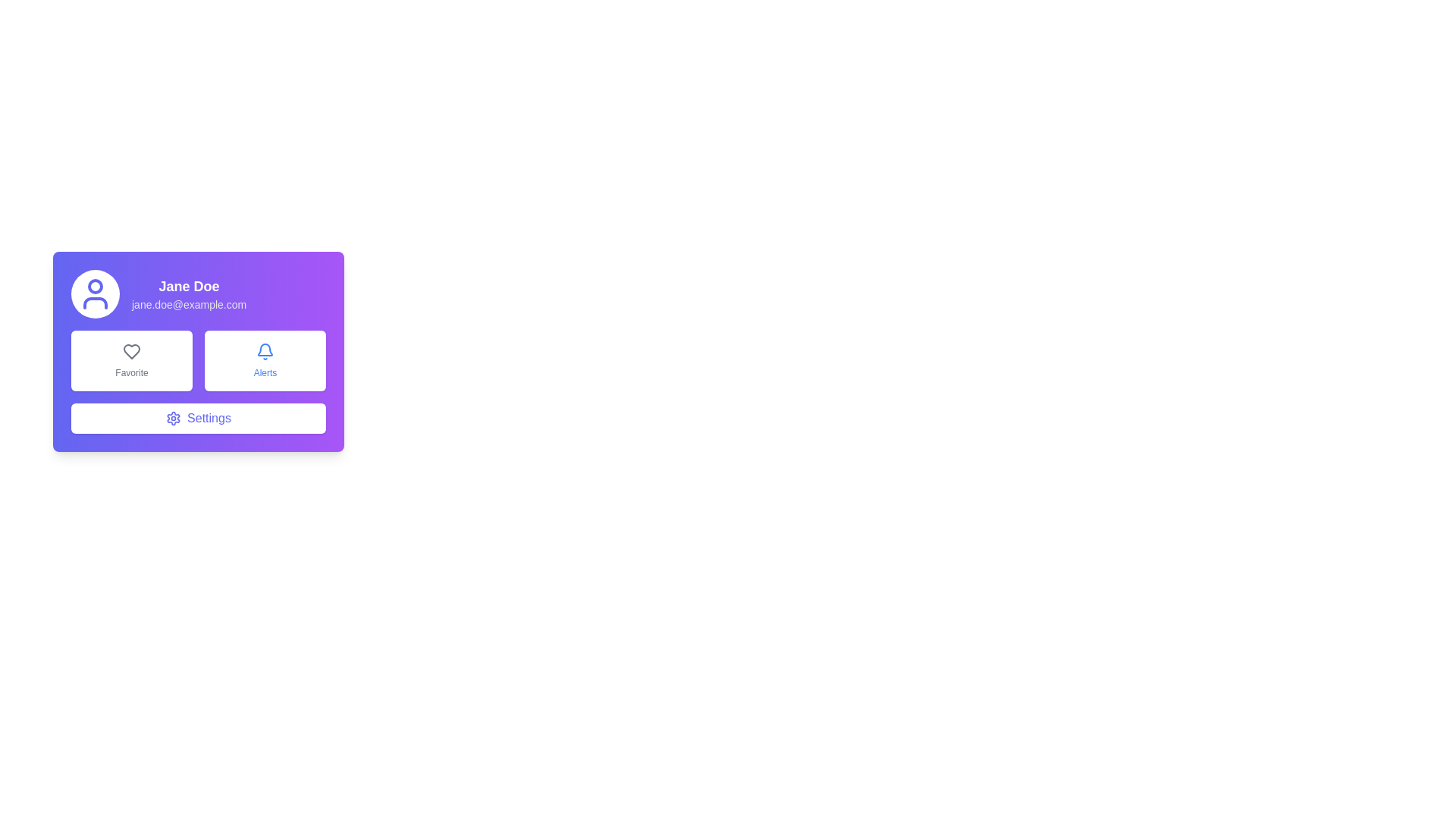  What do you see at coordinates (265, 373) in the screenshot?
I see `the Text label that describes the bell icon related to 'alerts', located in the bottom-right quadrant of the card structure` at bounding box center [265, 373].